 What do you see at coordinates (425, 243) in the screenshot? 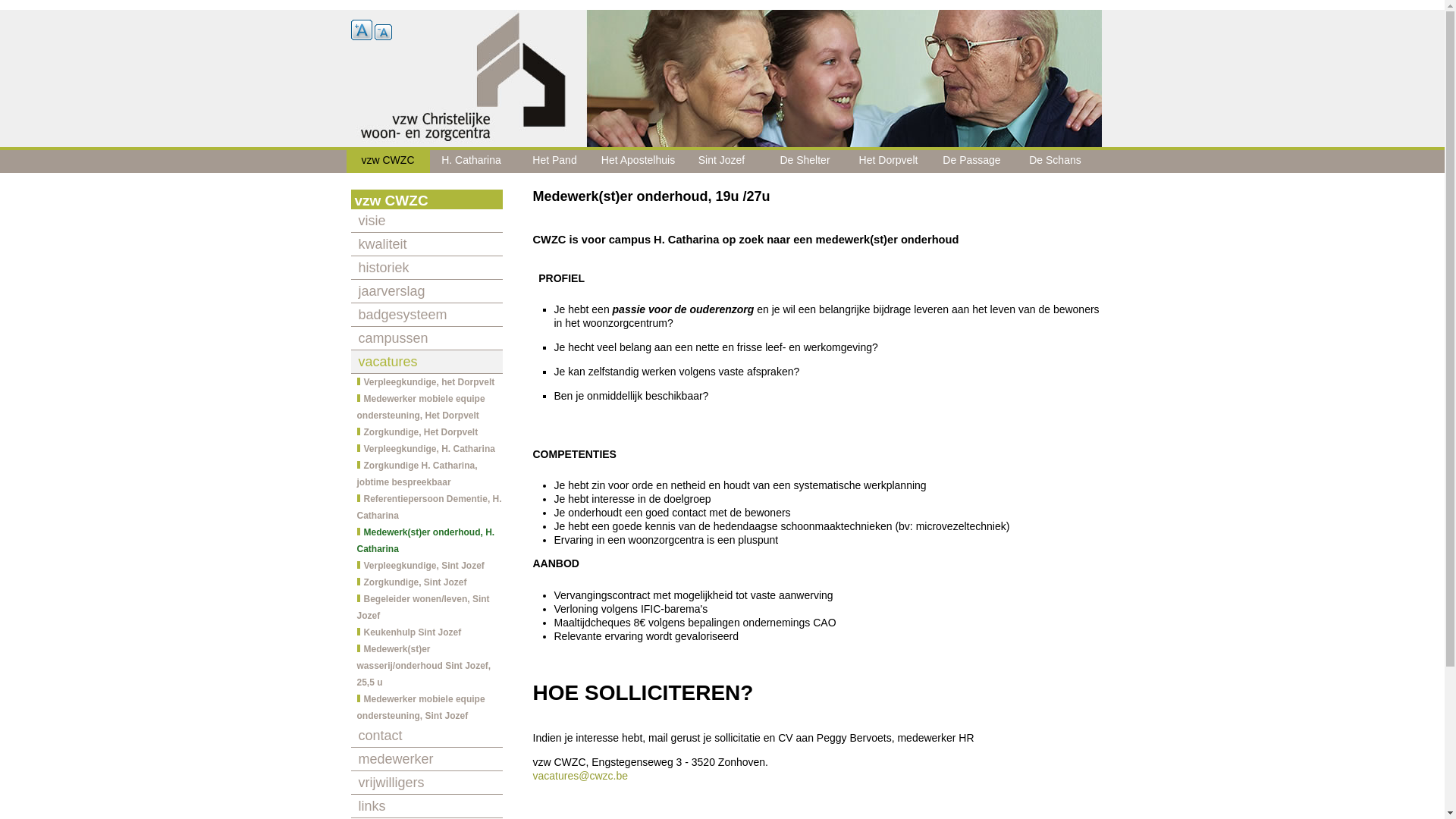
I see `'kwaliteit'` at bounding box center [425, 243].